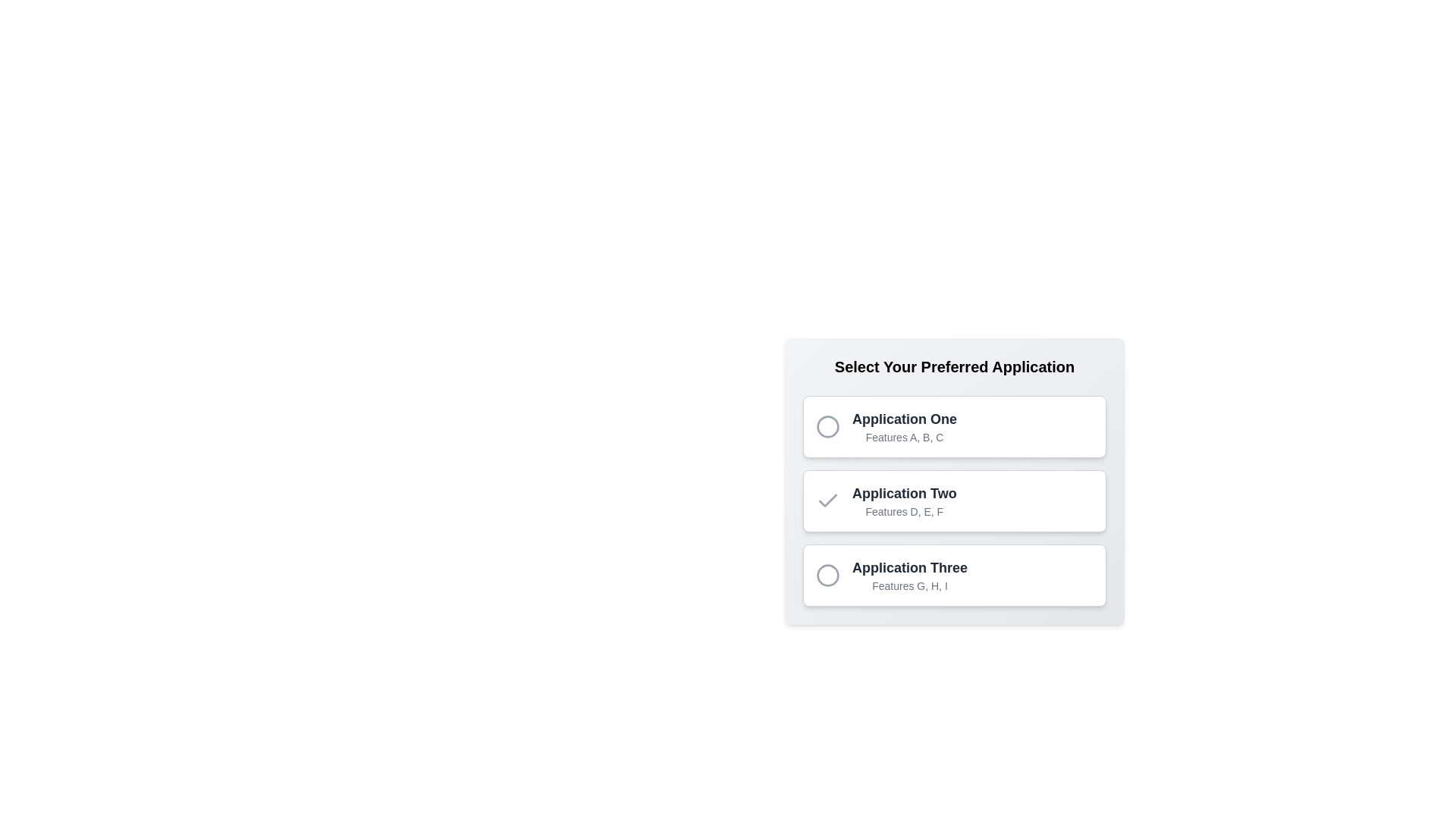 This screenshot has height=819, width=1456. What do you see at coordinates (904, 494) in the screenshot?
I see `the title text element that corresponds to 'Application Two' in the application selection list` at bounding box center [904, 494].